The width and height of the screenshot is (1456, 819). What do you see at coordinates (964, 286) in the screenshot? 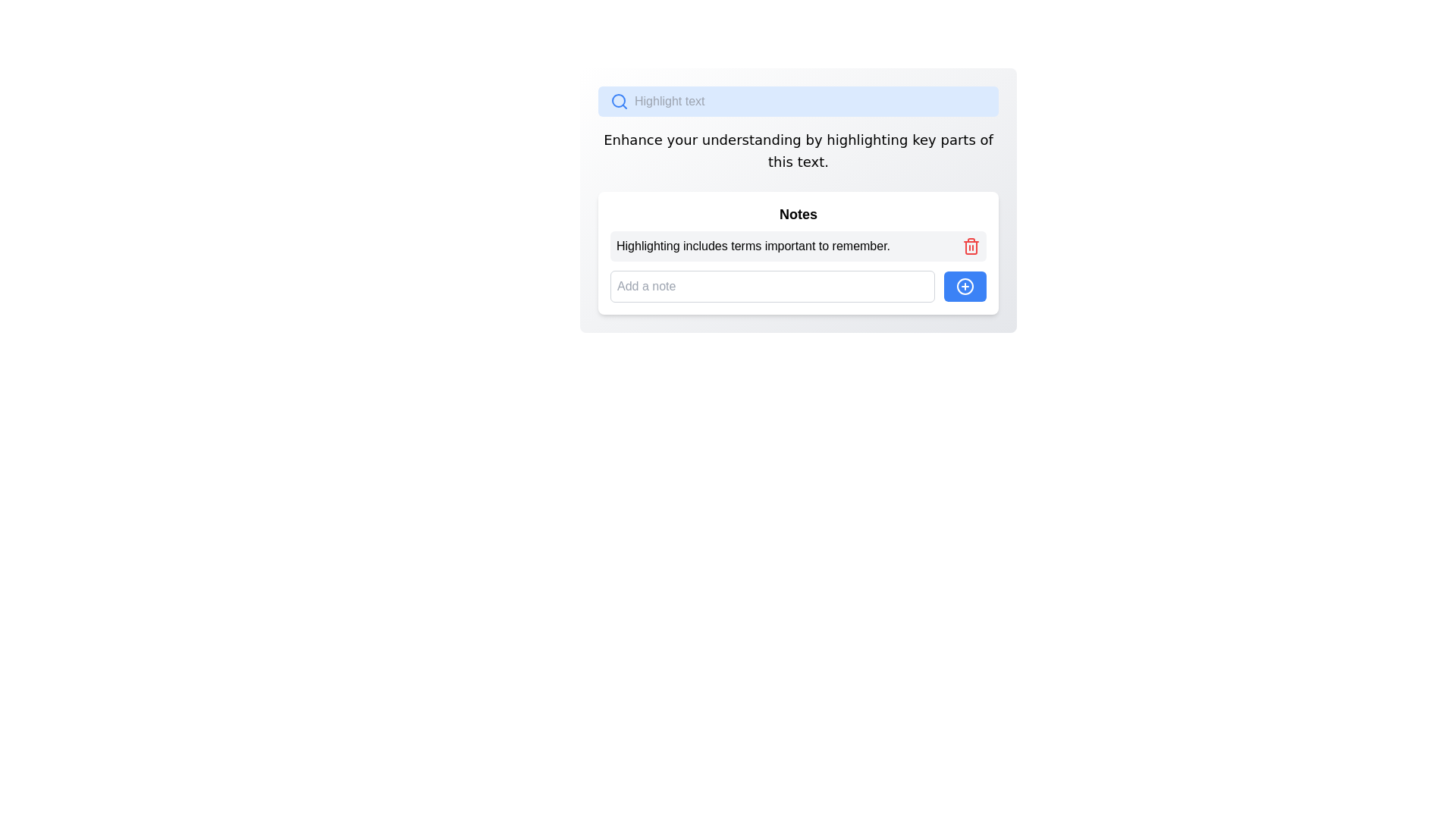
I see `the 'Add' or 'Create' icon element located in the lower right section of the blue button` at bounding box center [964, 286].